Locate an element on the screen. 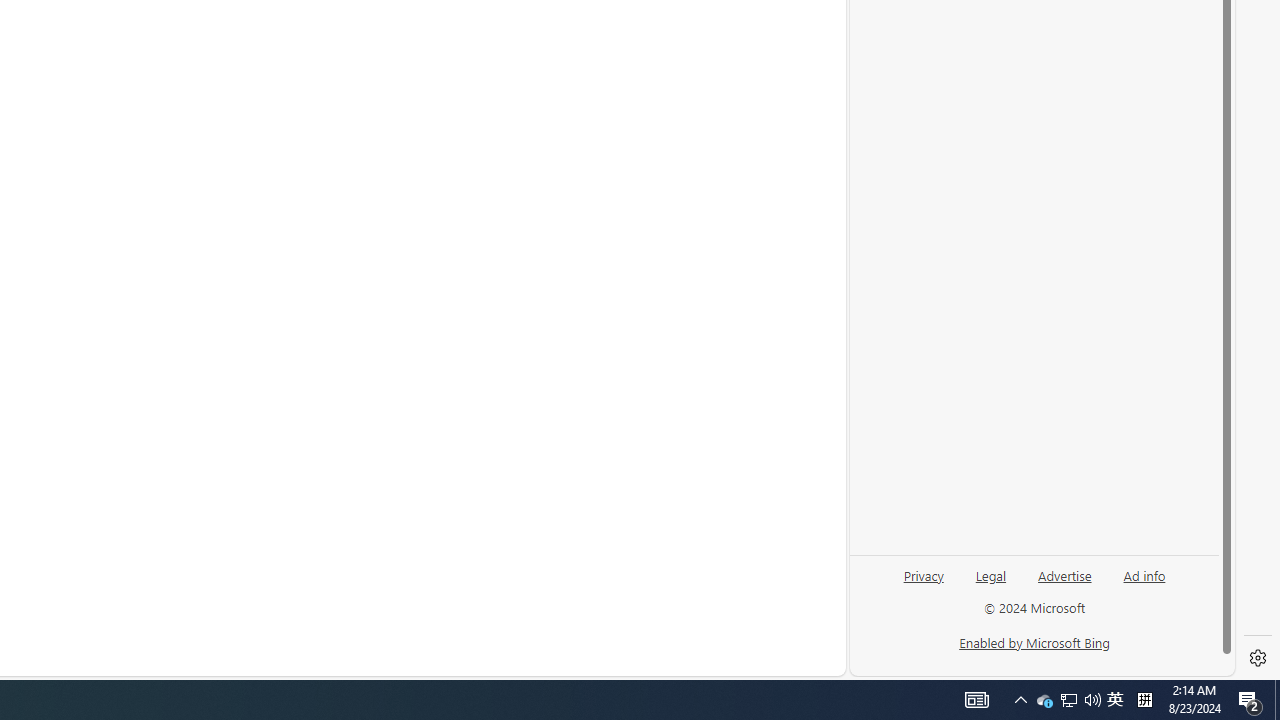 Image resolution: width=1280 pixels, height=720 pixels. 'Legal' is located at coordinates (990, 583).